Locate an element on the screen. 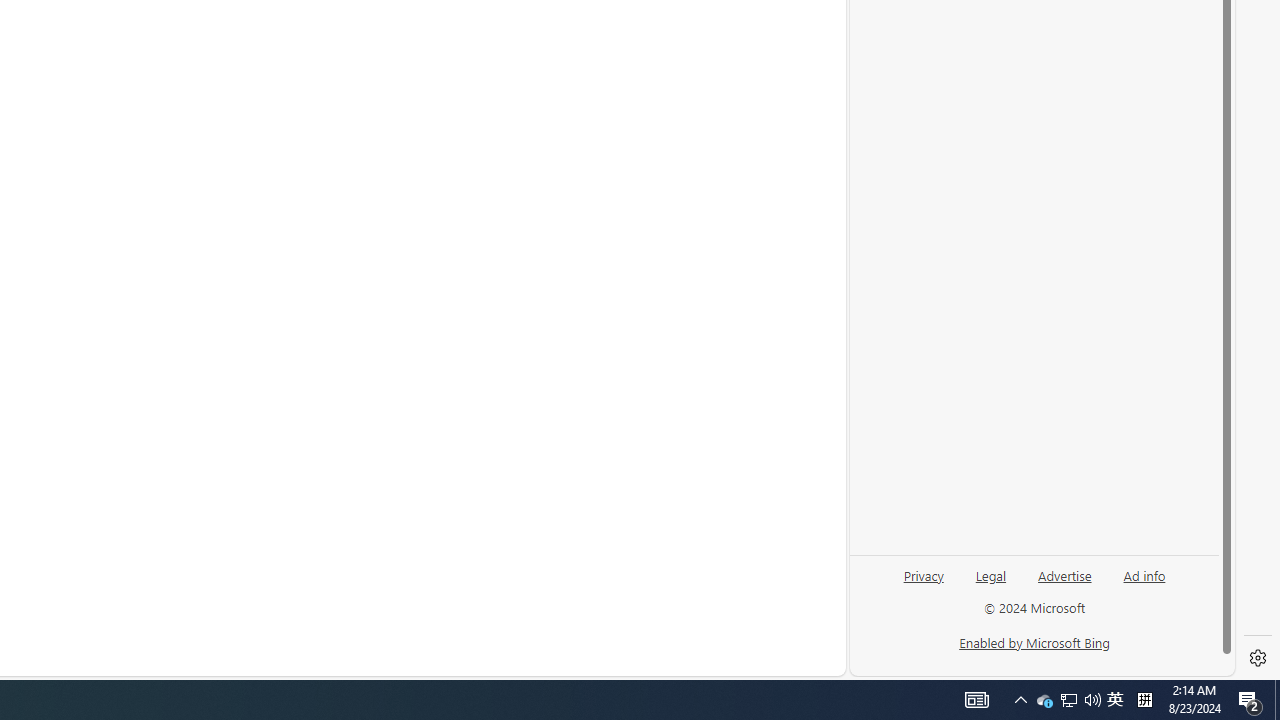 Image resolution: width=1280 pixels, height=720 pixels. 'Legal' is located at coordinates (990, 583).